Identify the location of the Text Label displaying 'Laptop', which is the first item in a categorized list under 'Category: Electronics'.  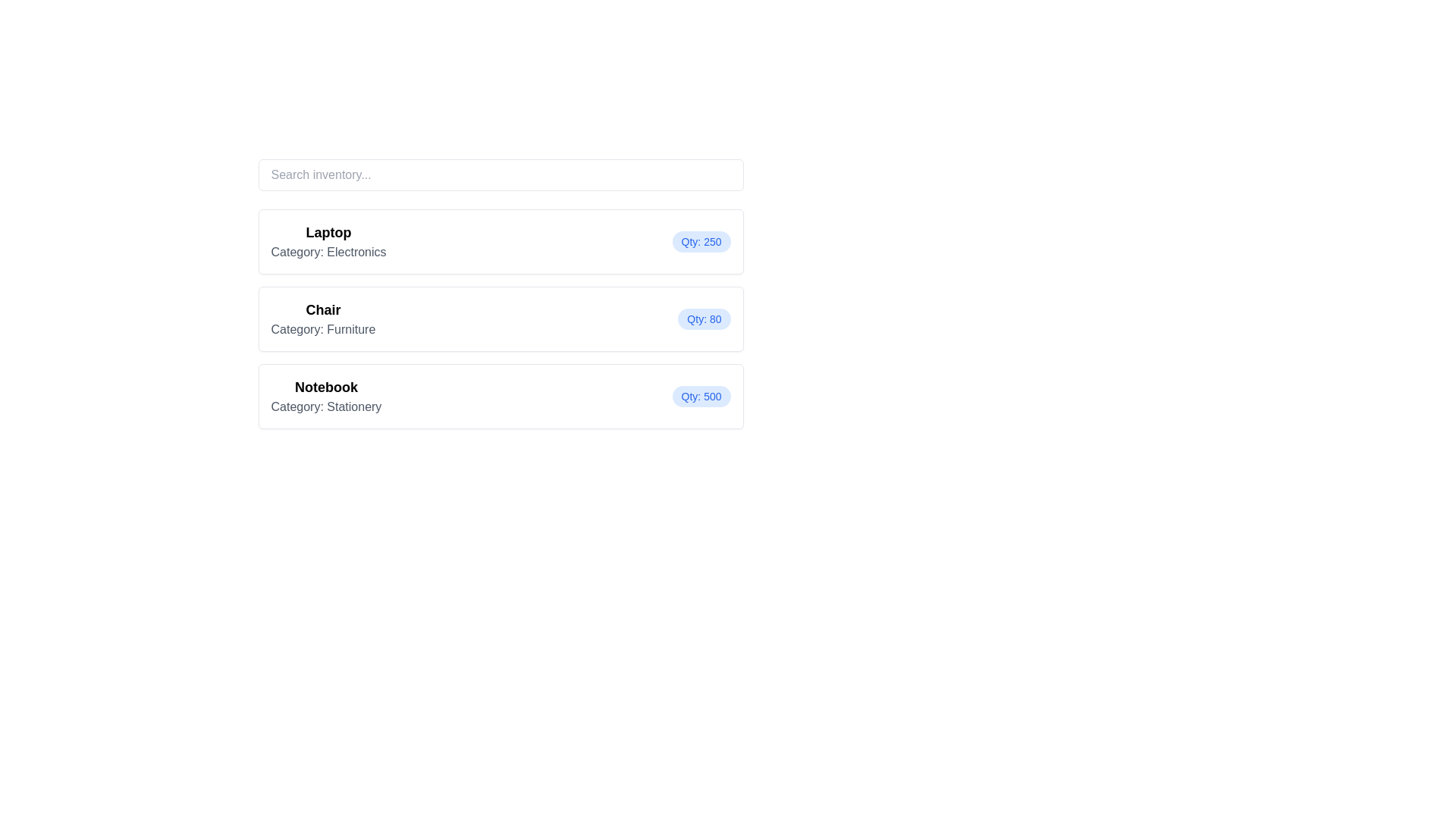
(328, 233).